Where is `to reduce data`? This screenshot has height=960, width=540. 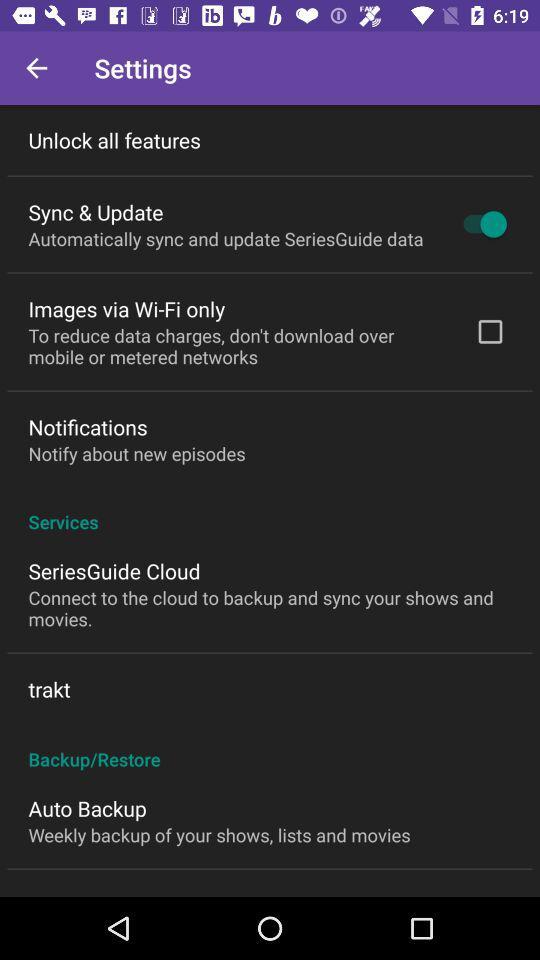 to reduce data is located at coordinates (238, 346).